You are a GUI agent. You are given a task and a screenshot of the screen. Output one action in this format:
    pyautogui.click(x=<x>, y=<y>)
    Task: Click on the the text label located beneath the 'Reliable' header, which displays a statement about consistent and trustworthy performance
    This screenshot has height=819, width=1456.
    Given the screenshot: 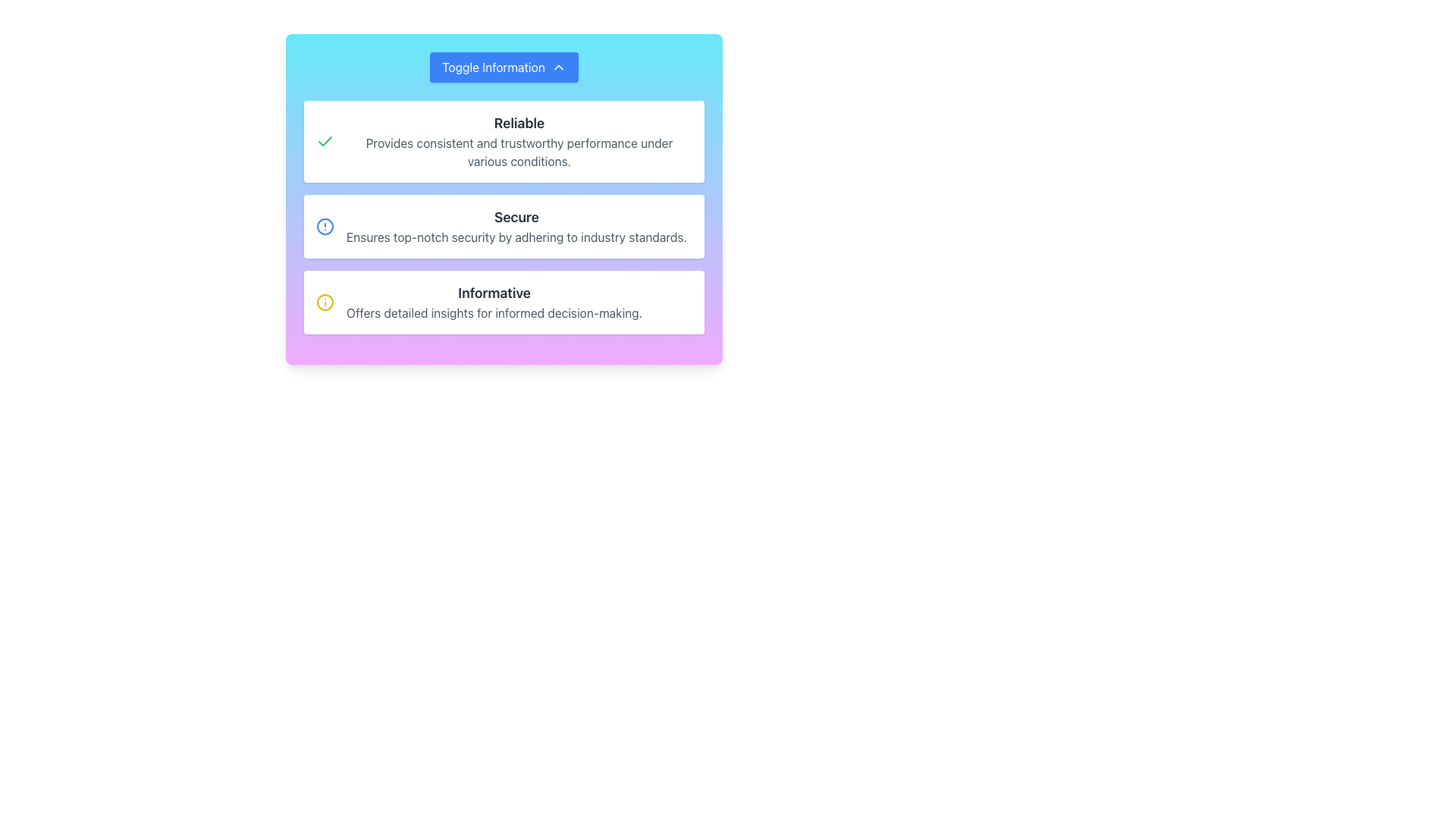 What is the action you would take?
    pyautogui.click(x=519, y=152)
    